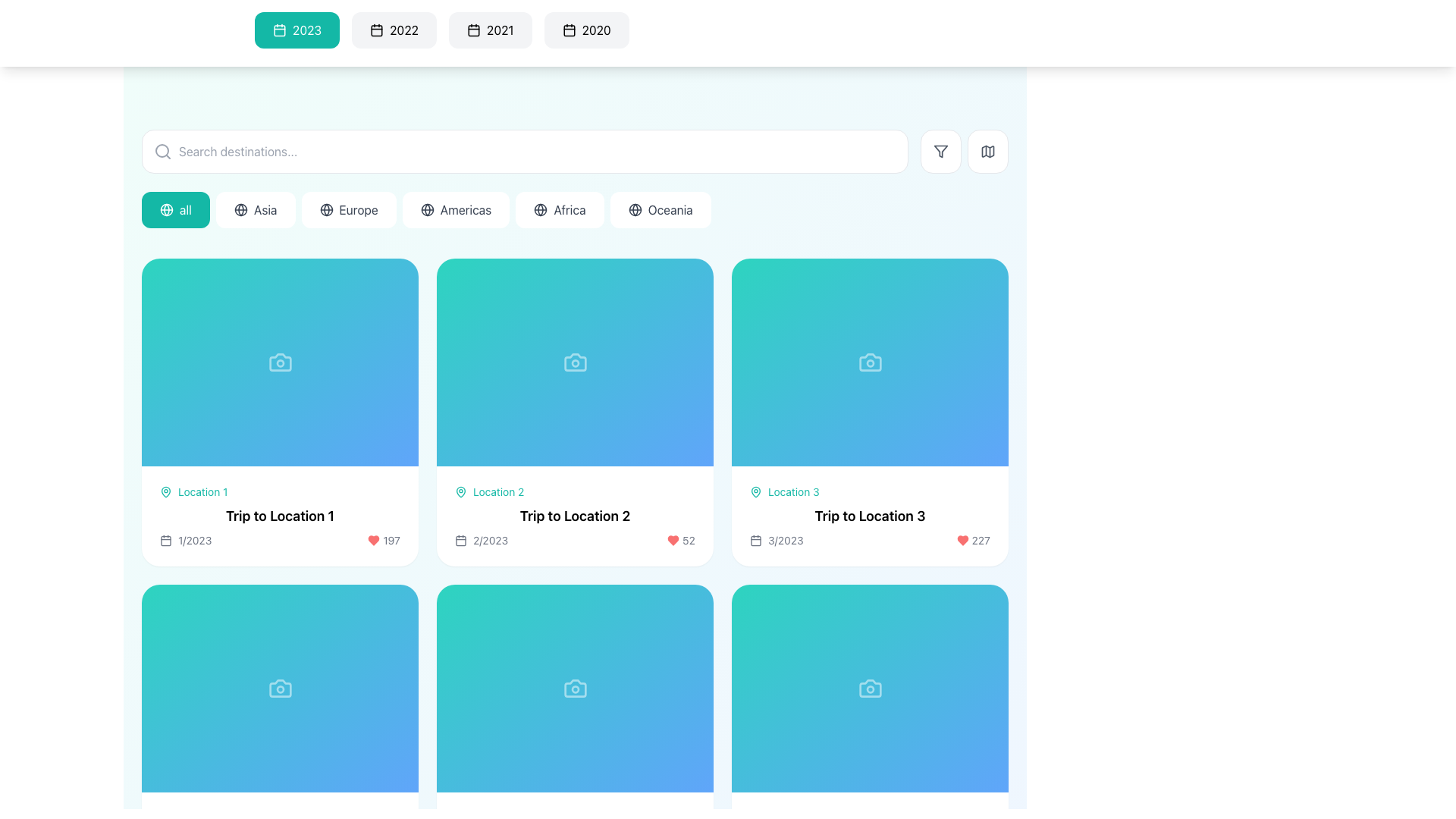 This screenshot has width=1456, height=819. What do you see at coordinates (756, 491) in the screenshot?
I see `the teal map pin icon that represents 'Location 3', which is positioned to the left of the text in the header of the card labeled 'Trip to Location 3'` at bounding box center [756, 491].